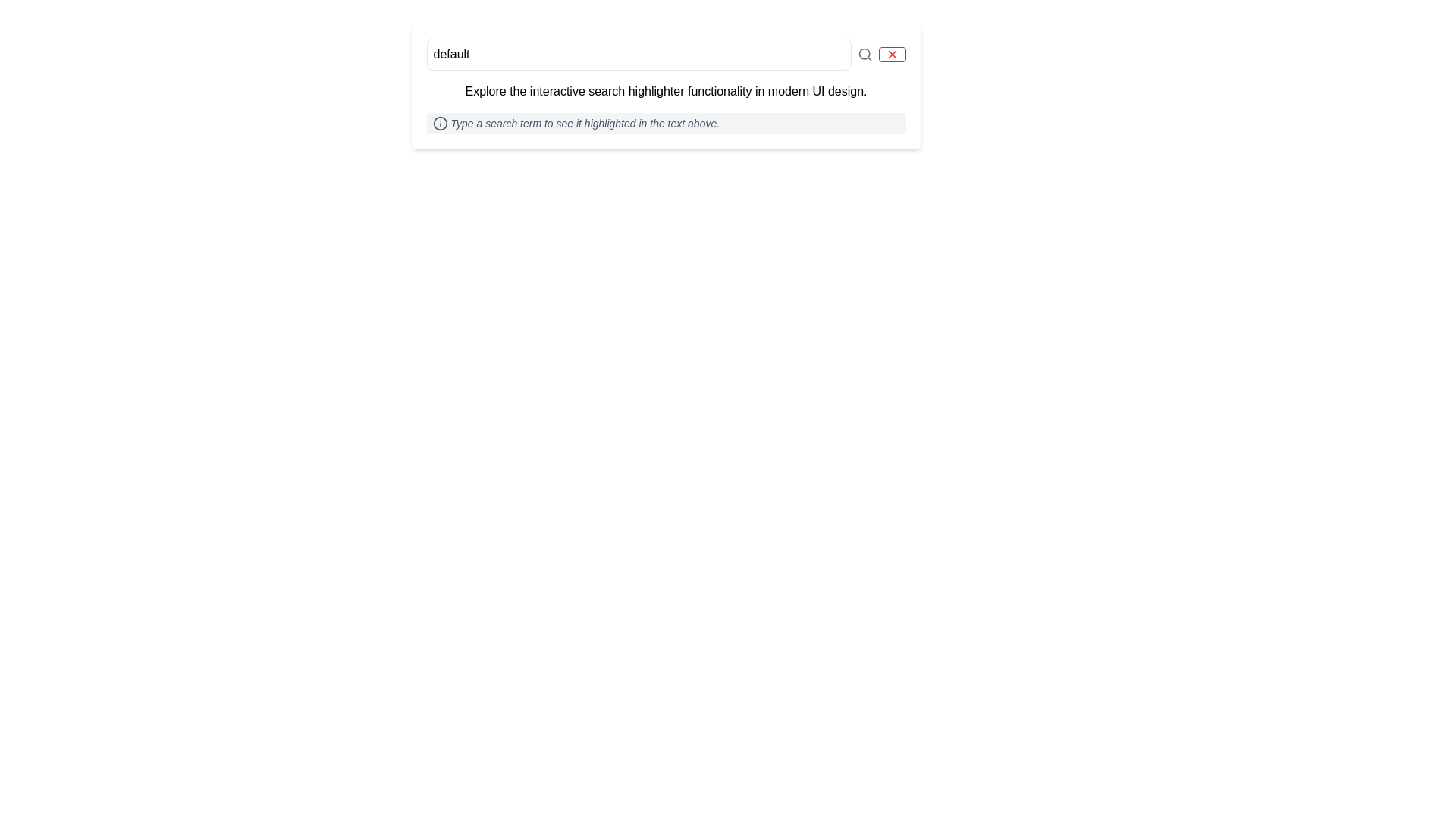 The image size is (1456, 819). What do you see at coordinates (584, 122) in the screenshot?
I see `the instructional Text Label that guides the user to input a term for the text-highlighting feature` at bounding box center [584, 122].